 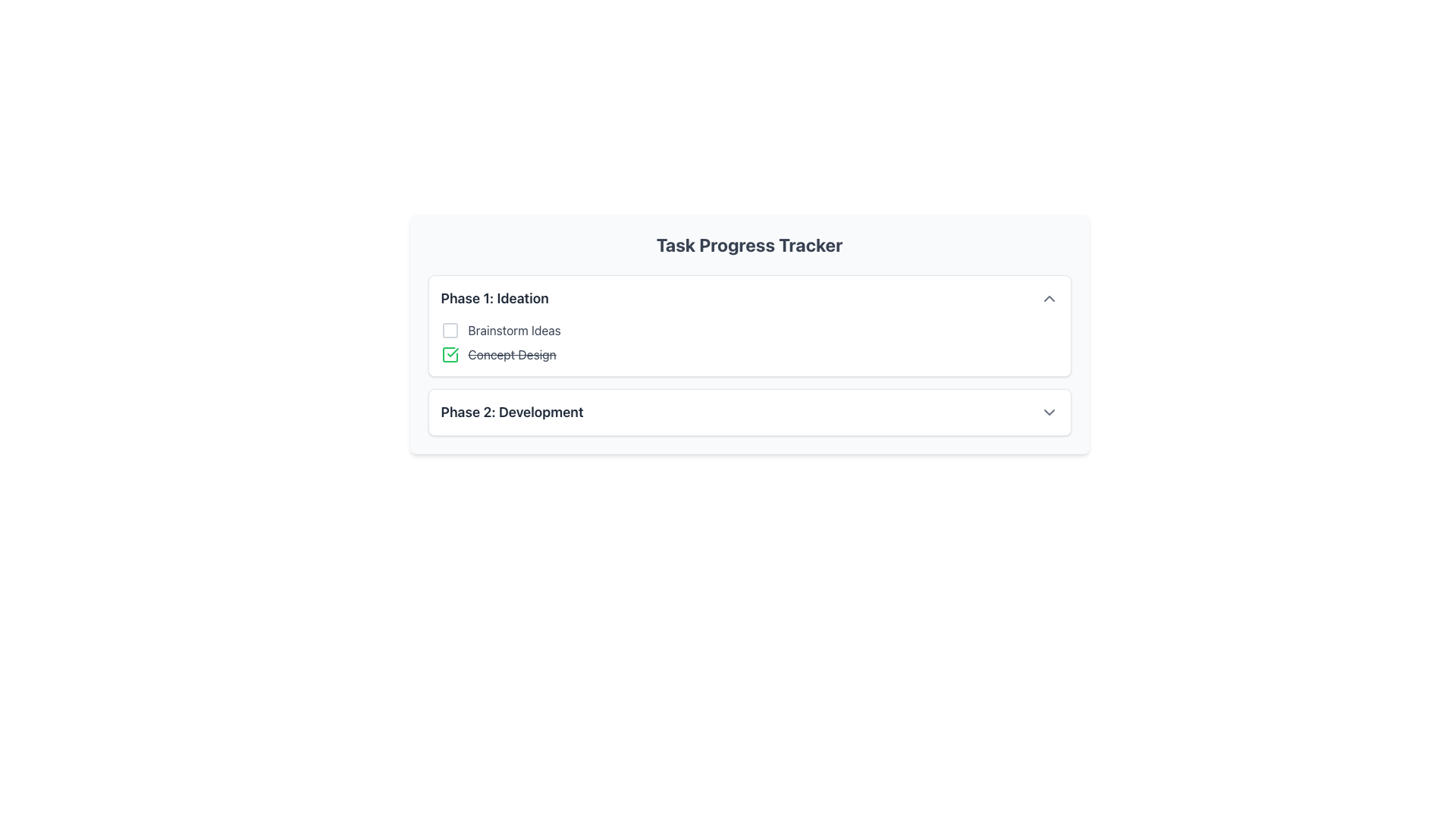 I want to click on the visual feedback of the green checkmark symbol within the SVG-based icon located in the 'Phase 1: Ideation' section, which is right-aligned to the text 'Concept Design', so click(x=451, y=353).